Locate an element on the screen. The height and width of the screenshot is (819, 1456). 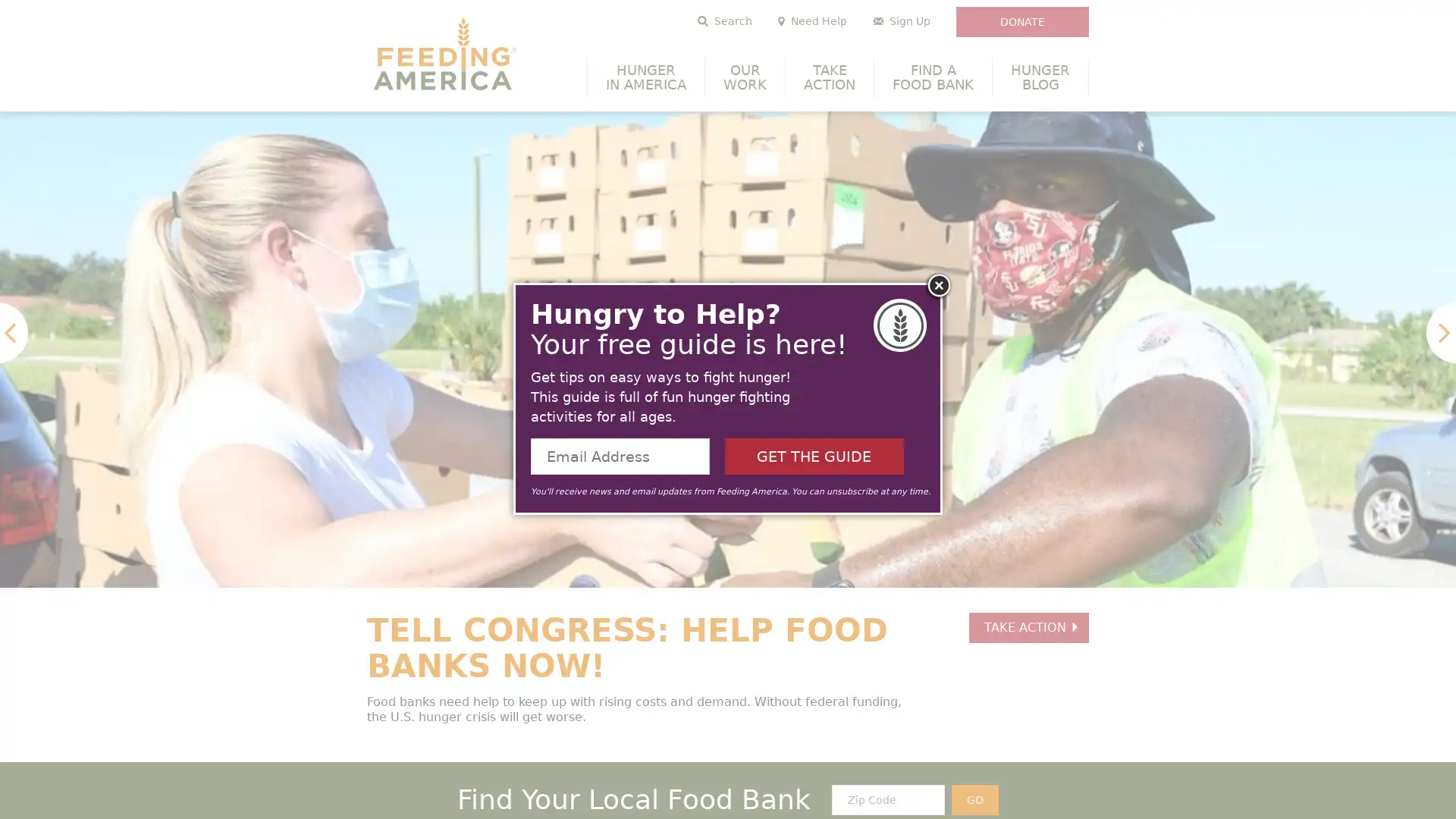
Search is located at coordinates (723, 20).